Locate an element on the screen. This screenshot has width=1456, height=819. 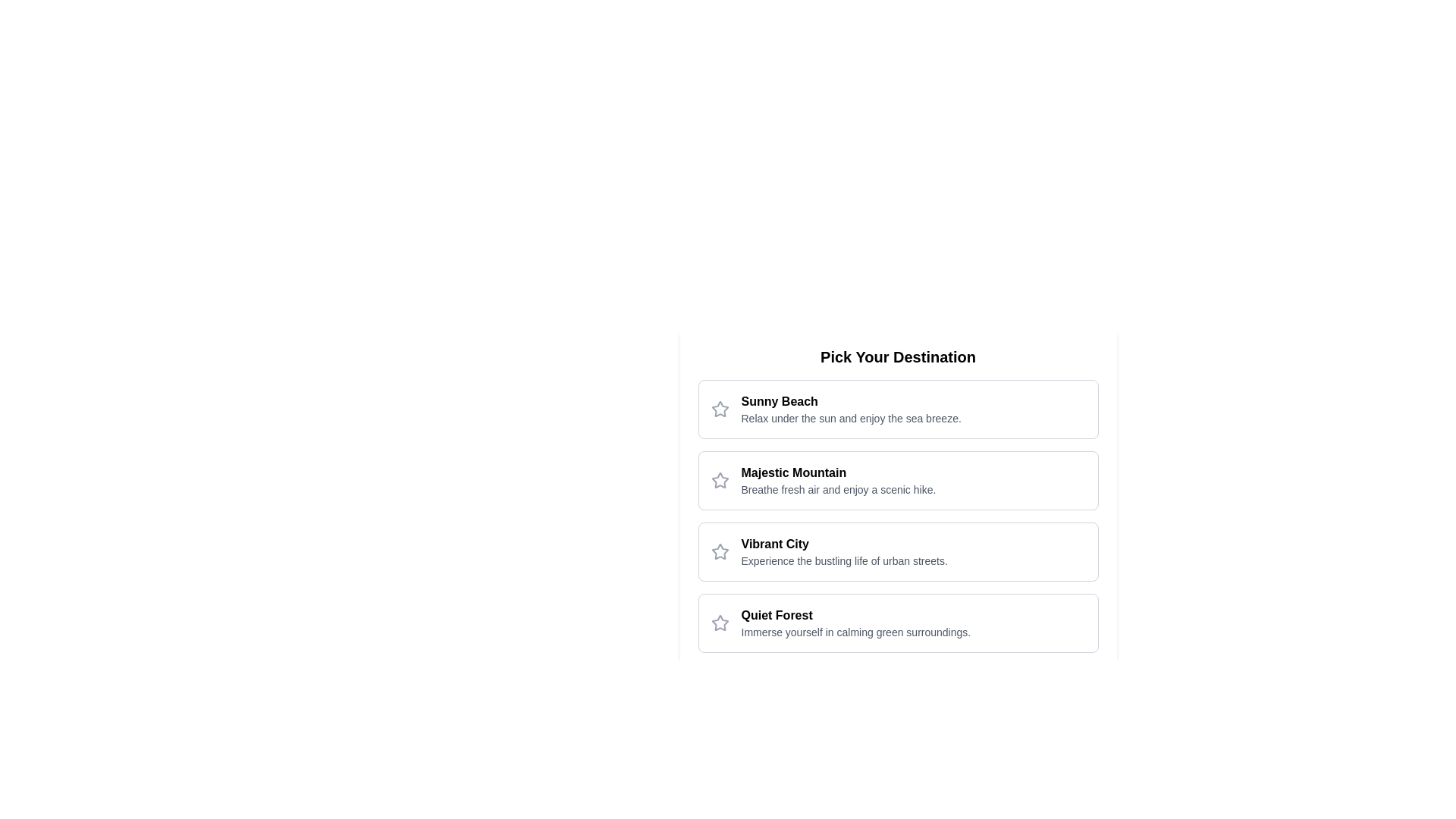
descriptive text for the 'Majestic Mountain' destination option, located below its title and in the second row of a vertical list of selectable options is located at coordinates (837, 489).